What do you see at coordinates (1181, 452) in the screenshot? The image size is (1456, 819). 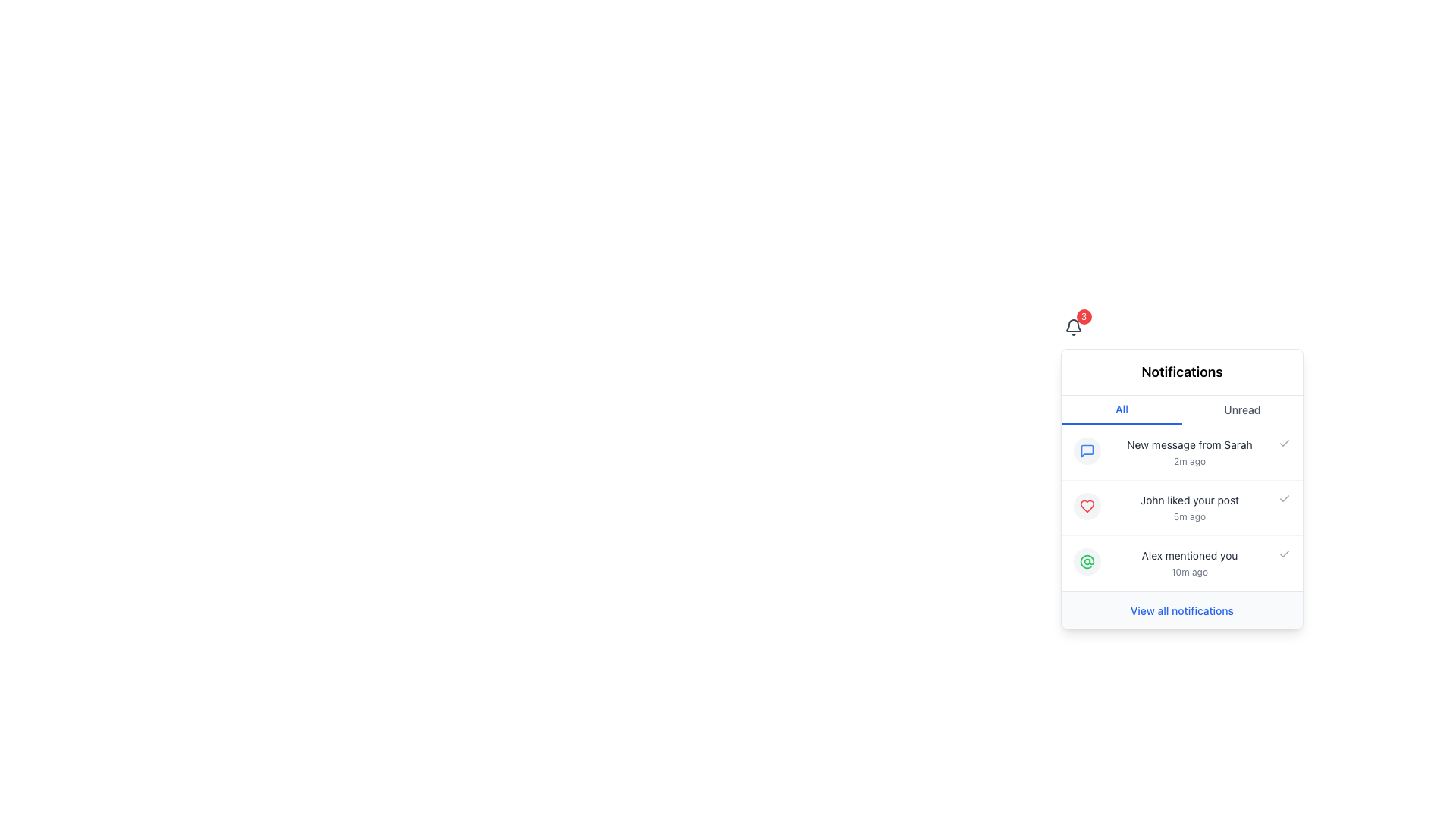 I see `the notification item indicating 'Sarah' has sent a new message 2 minutes ago, which is positioned at the top of the notifications list` at bounding box center [1181, 452].